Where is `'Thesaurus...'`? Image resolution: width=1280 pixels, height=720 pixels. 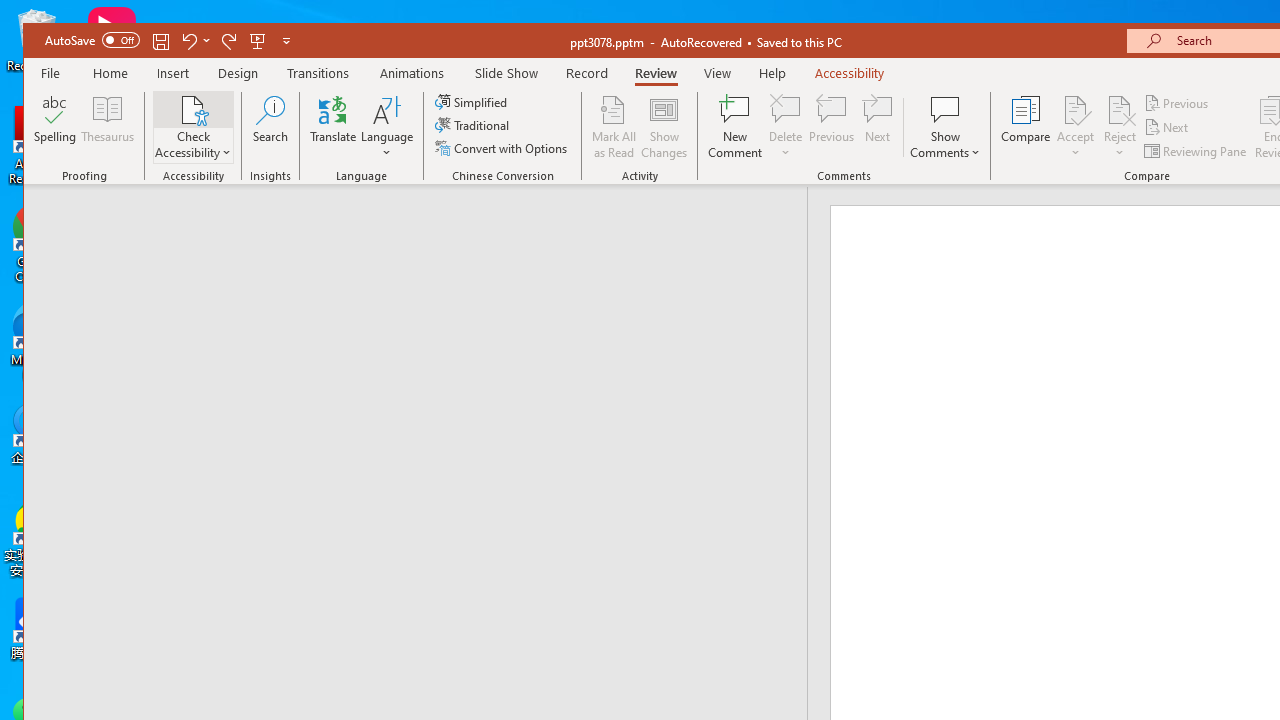 'Thesaurus...' is located at coordinates (107, 127).